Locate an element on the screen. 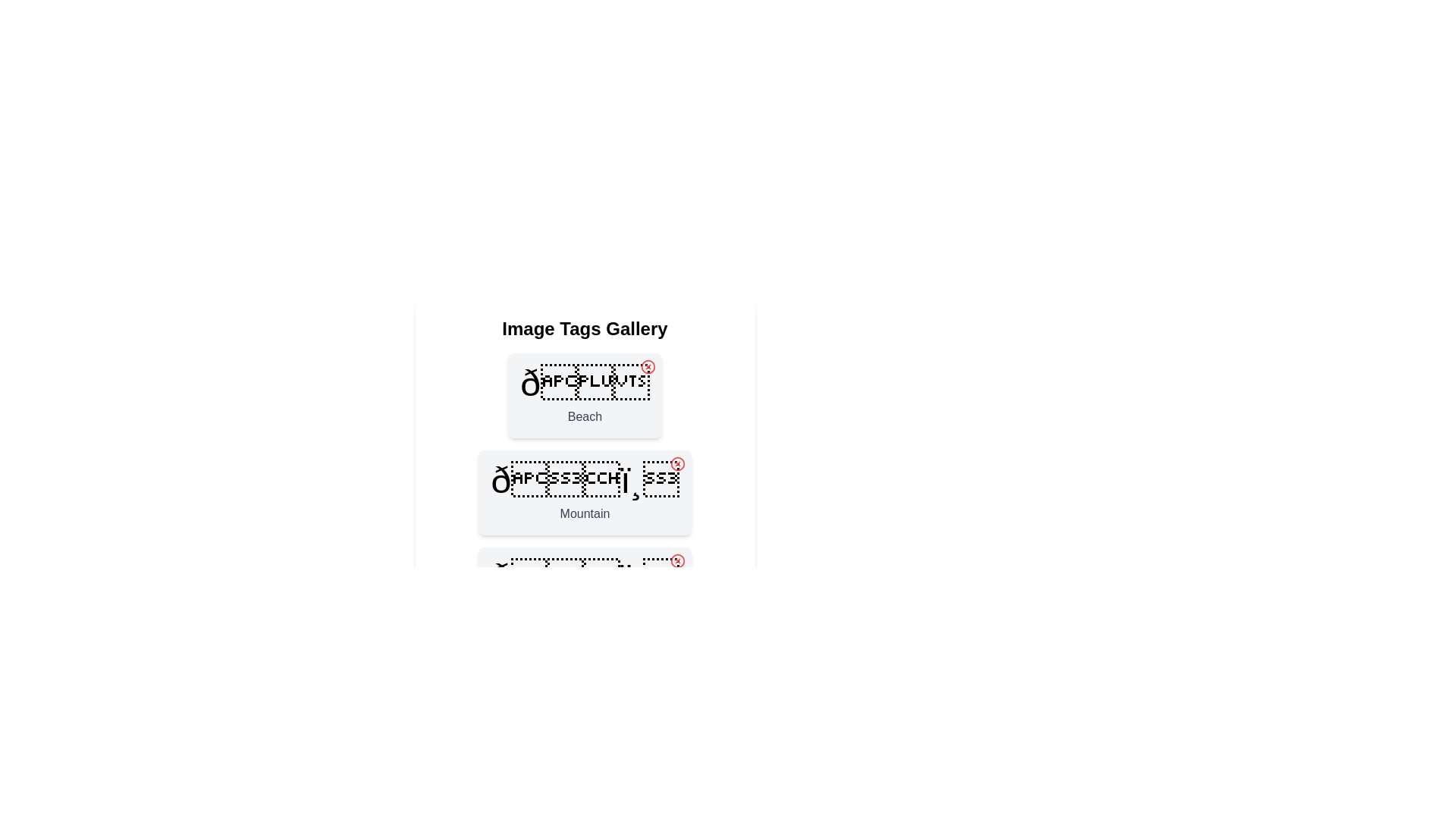 Image resolution: width=1456 pixels, height=819 pixels. the emoji associated with the tag City is located at coordinates (584, 578).